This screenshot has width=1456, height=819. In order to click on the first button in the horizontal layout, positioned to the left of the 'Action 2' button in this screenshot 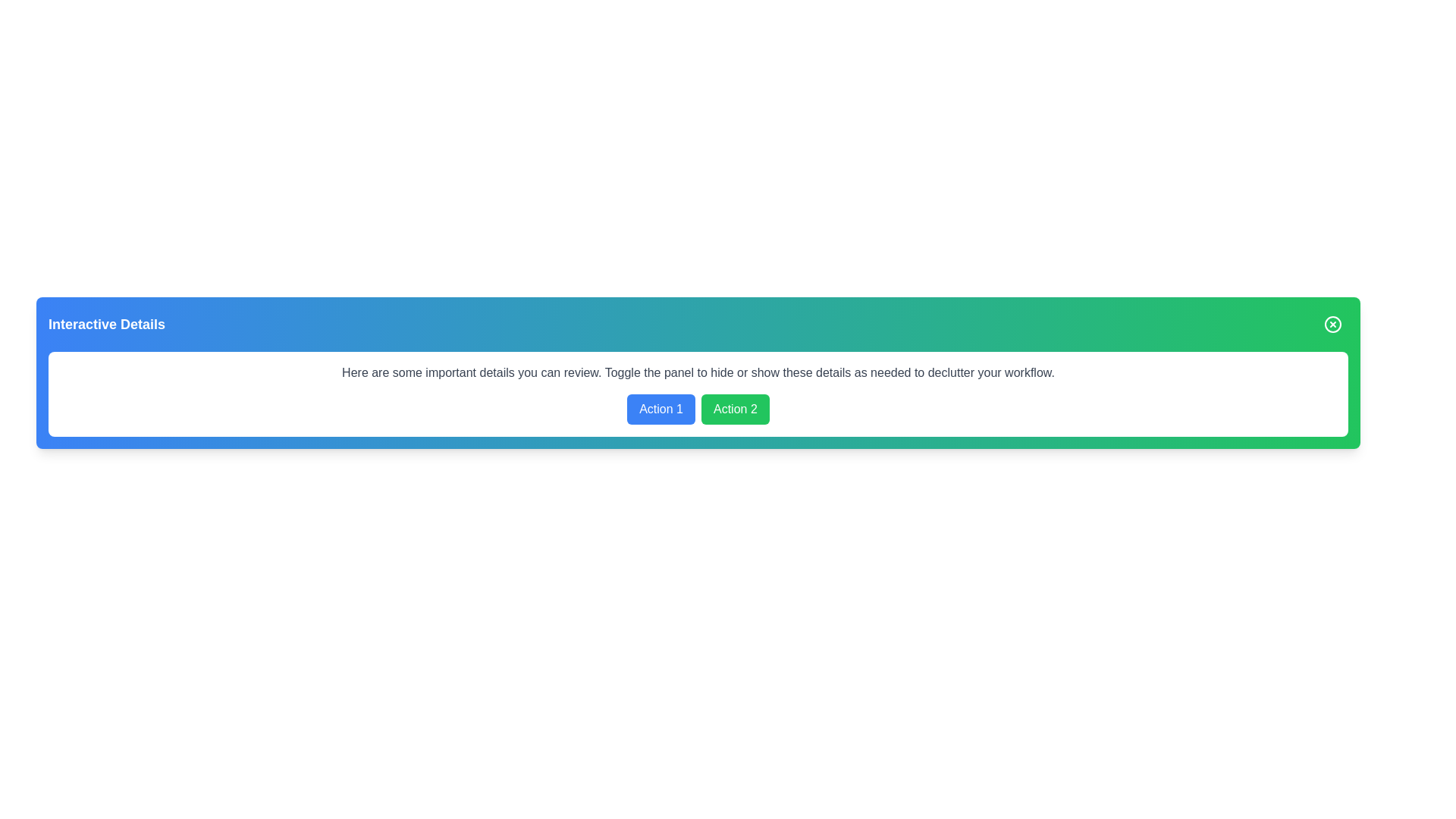, I will do `click(661, 409)`.